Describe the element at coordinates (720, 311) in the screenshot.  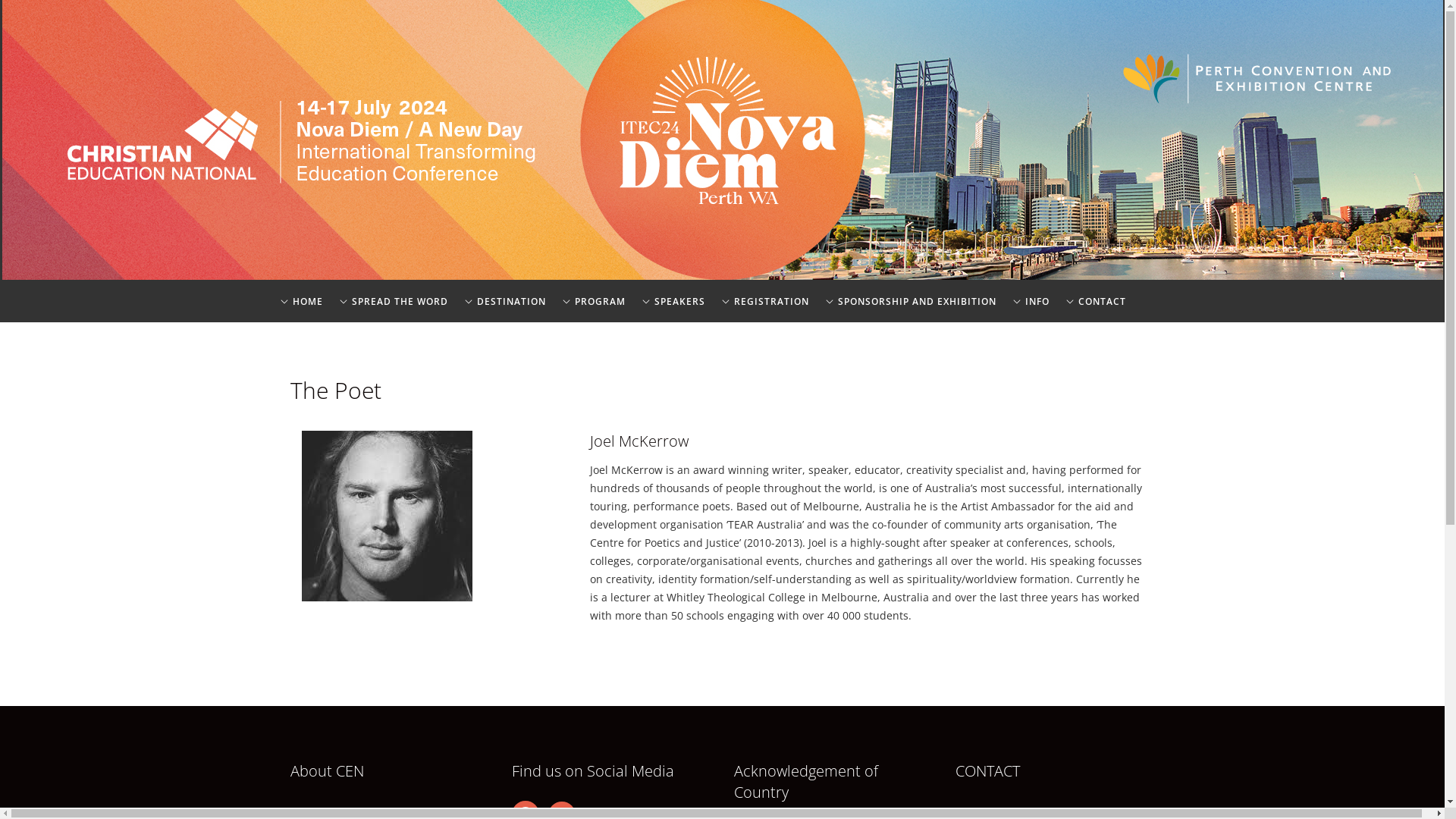
I see `'REGISTRATION'` at that location.